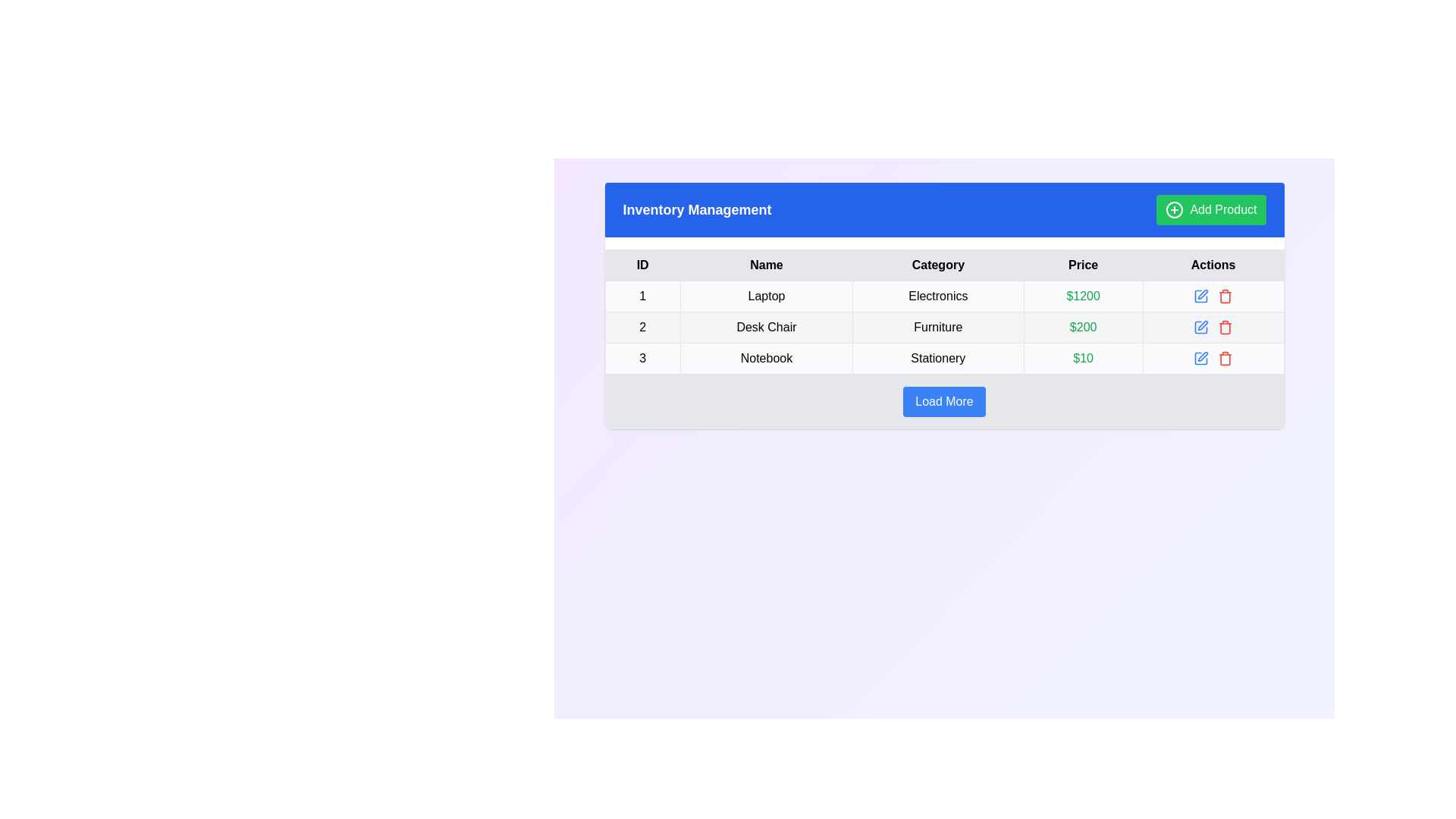 The image size is (1456, 819). What do you see at coordinates (937, 327) in the screenshot?
I see `the Text Label displaying the category 'Furniture' for the item 'Desk Chair' in the second row of the table` at bounding box center [937, 327].